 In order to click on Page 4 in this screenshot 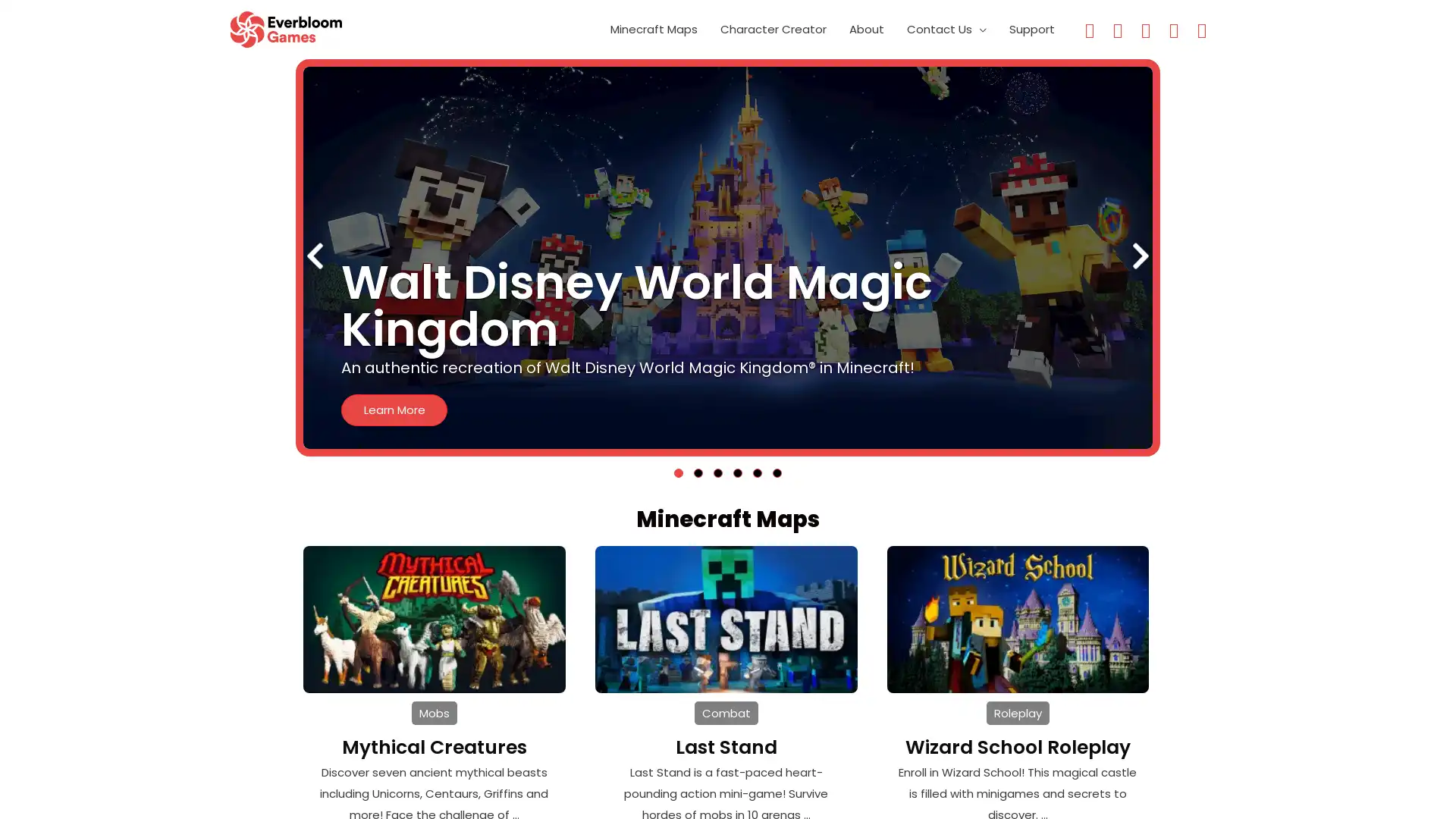, I will do `click(738, 472)`.